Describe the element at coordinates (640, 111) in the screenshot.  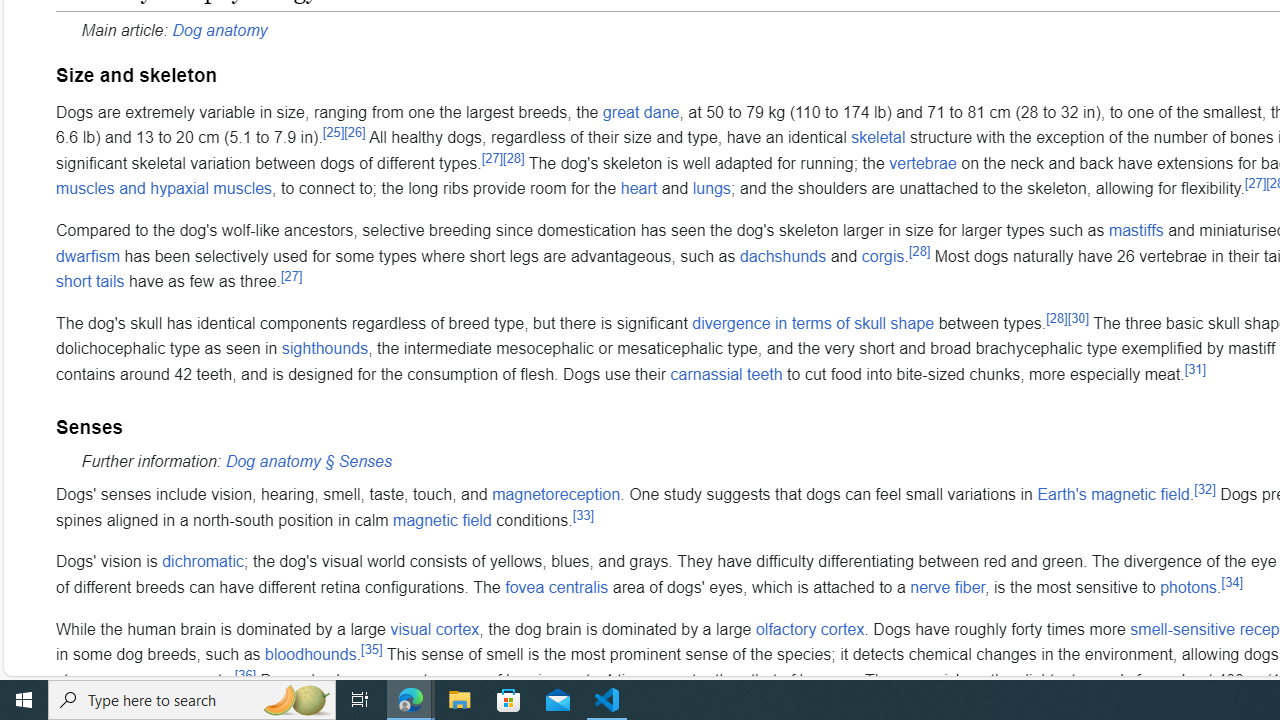
I see `'great dane'` at that location.